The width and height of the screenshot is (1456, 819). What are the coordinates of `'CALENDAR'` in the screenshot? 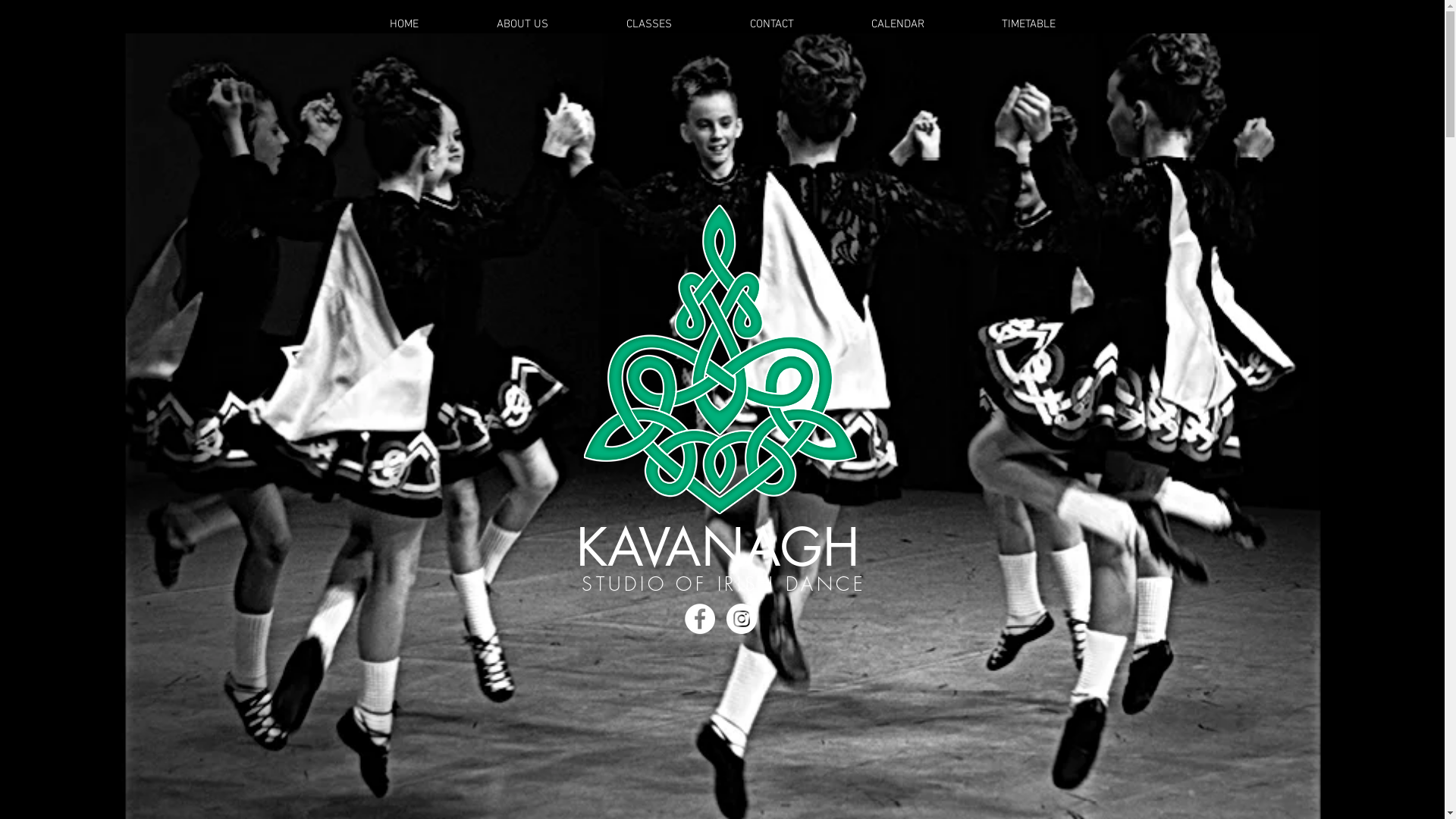 It's located at (898, 24).